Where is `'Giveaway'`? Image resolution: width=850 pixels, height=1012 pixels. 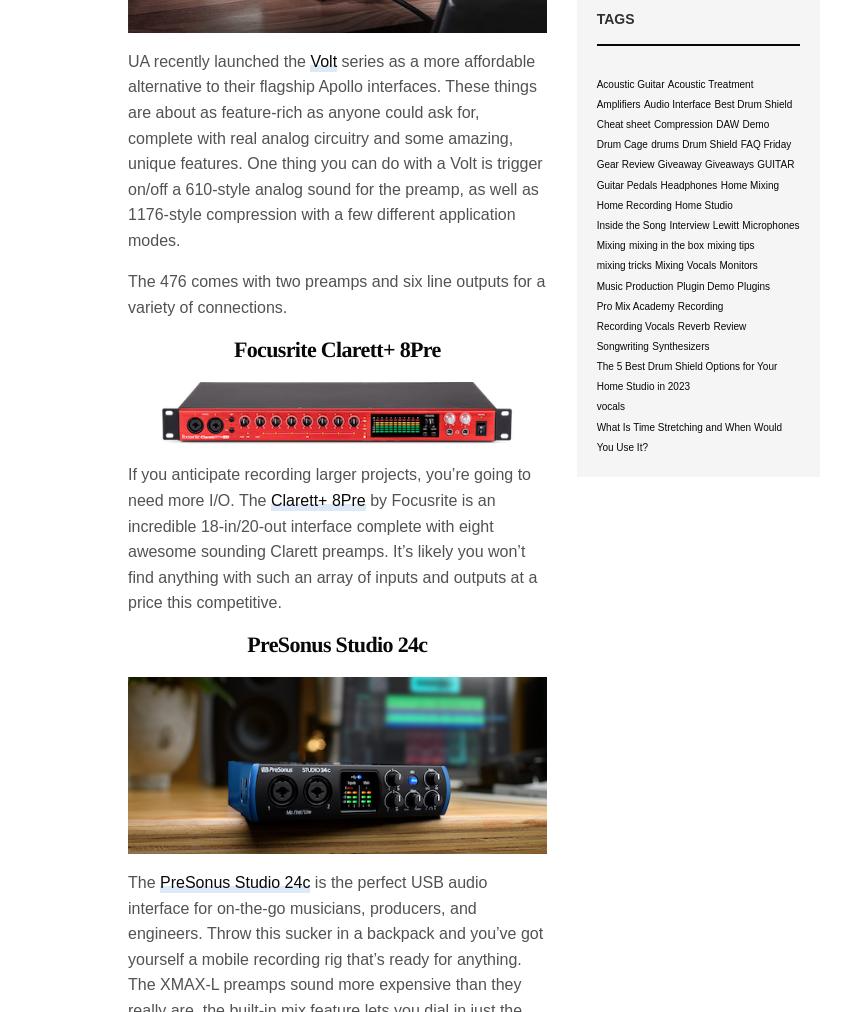 'Giveaway' is located at coordinates (678, 164).